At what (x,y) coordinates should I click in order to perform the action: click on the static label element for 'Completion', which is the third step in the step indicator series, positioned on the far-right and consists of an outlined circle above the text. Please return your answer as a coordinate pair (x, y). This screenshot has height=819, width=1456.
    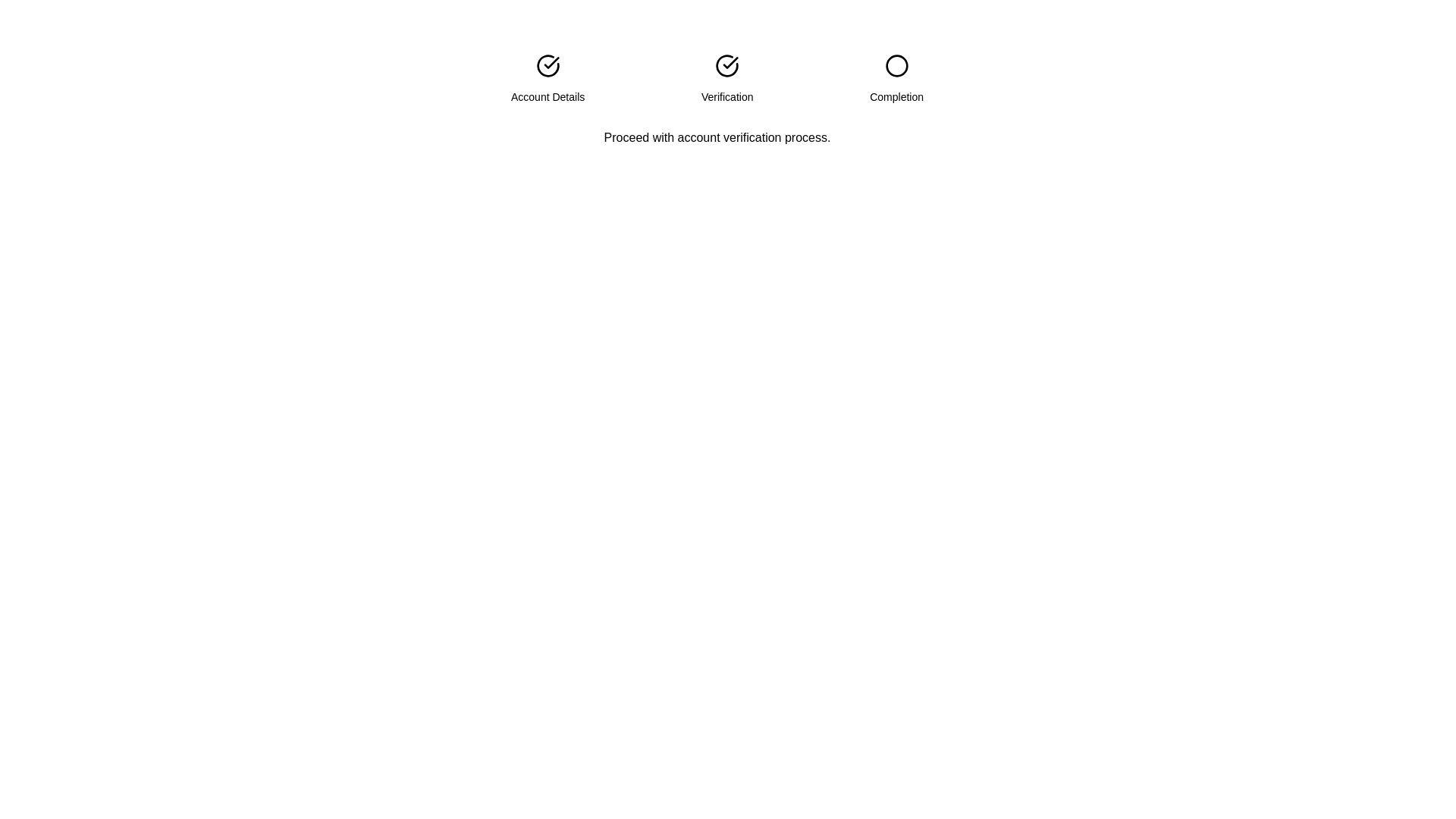
    Looking at the image, I should click on (896, 79).